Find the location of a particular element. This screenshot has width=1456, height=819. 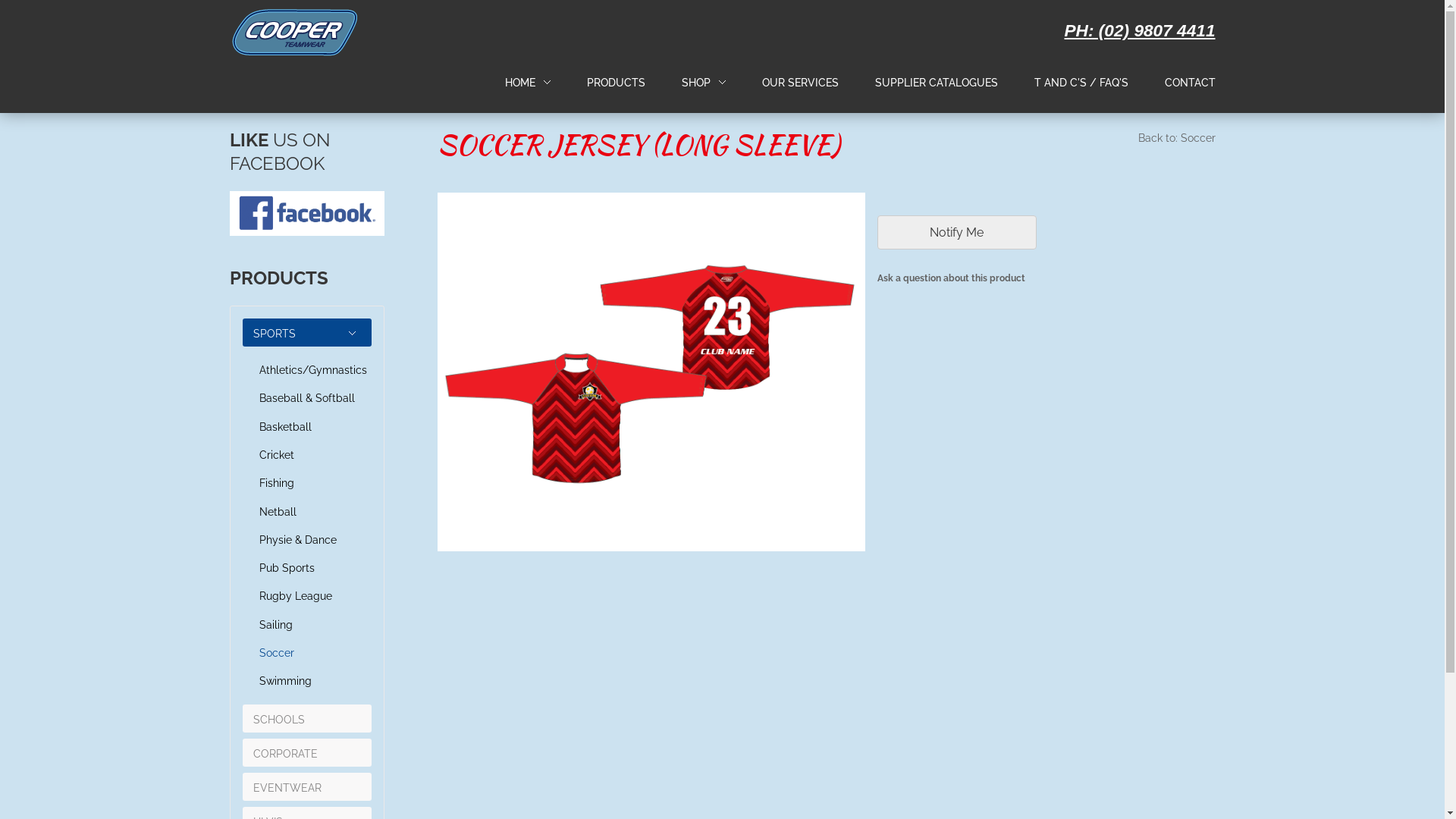

'Fishing' is located at coordinates (306, 483).